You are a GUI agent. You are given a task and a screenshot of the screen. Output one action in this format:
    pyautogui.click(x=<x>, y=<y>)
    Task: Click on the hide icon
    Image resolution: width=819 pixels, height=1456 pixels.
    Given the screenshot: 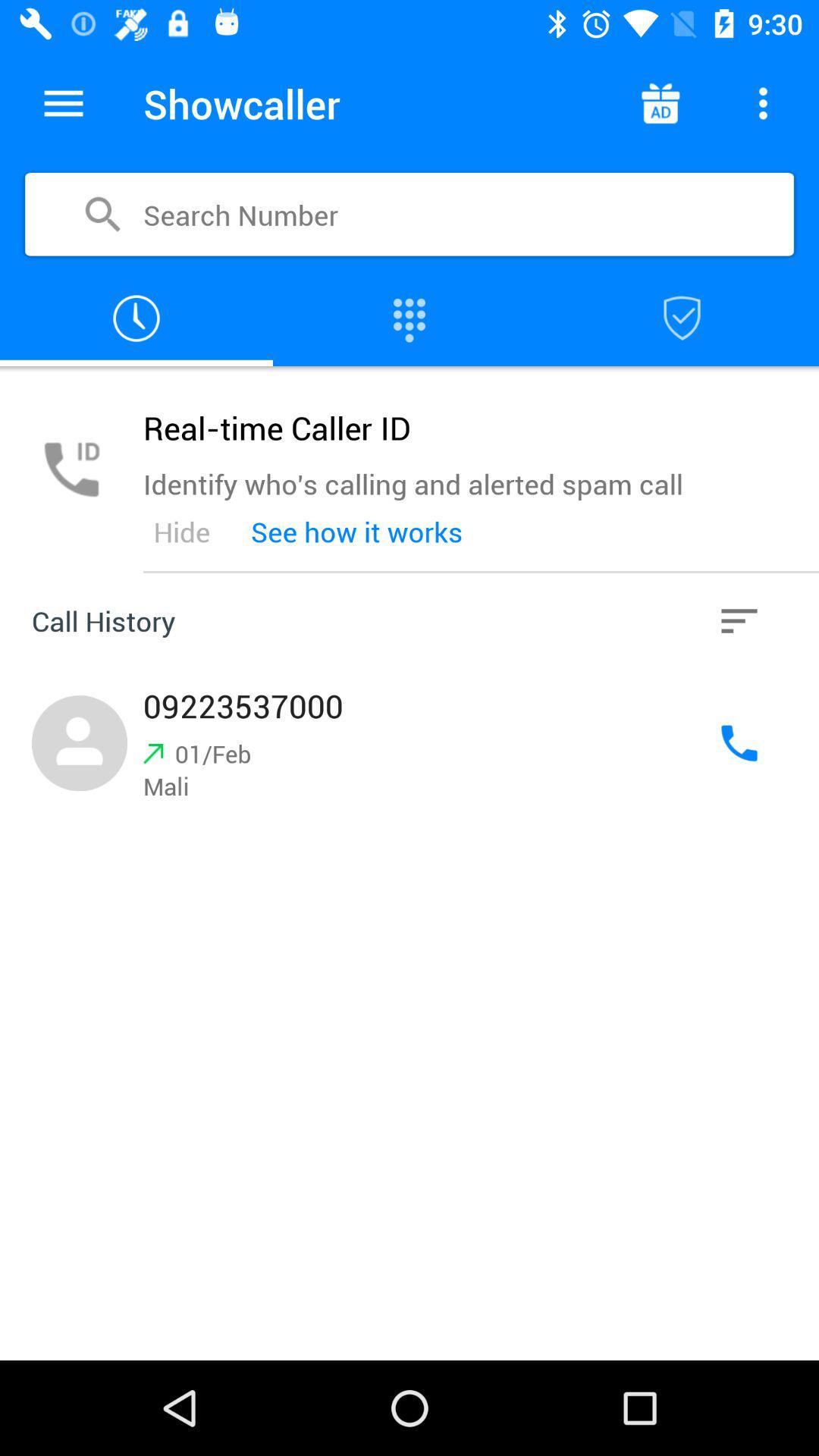 What is the action you would take?
    pyautogui.click(x=180, y=532)
    